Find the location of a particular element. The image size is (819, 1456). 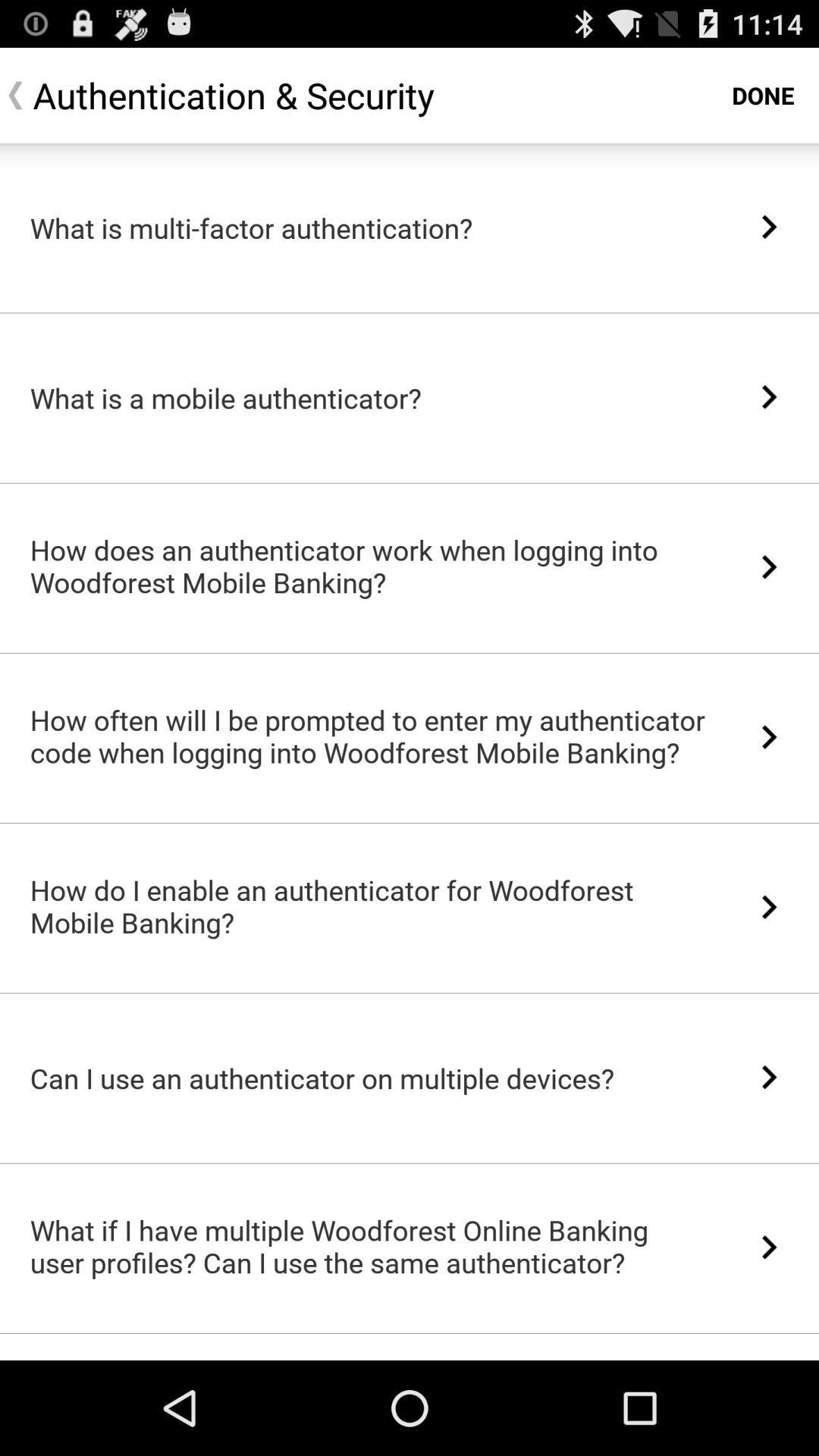

the item to the right of the what is a icon is located at coordinates (769, 397).